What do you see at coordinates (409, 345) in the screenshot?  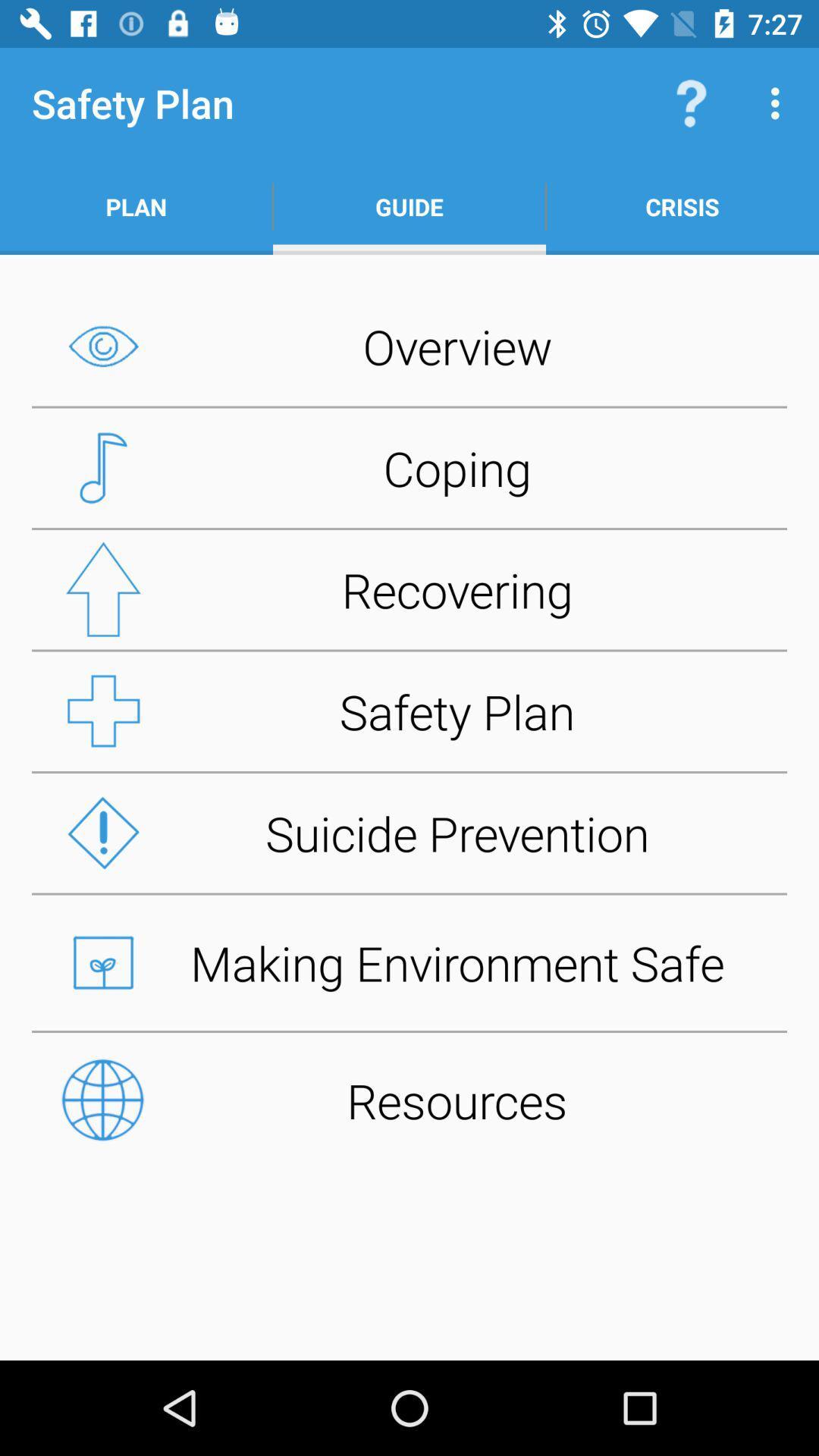 I see `app below plan app` at bounding box center [409, 345].